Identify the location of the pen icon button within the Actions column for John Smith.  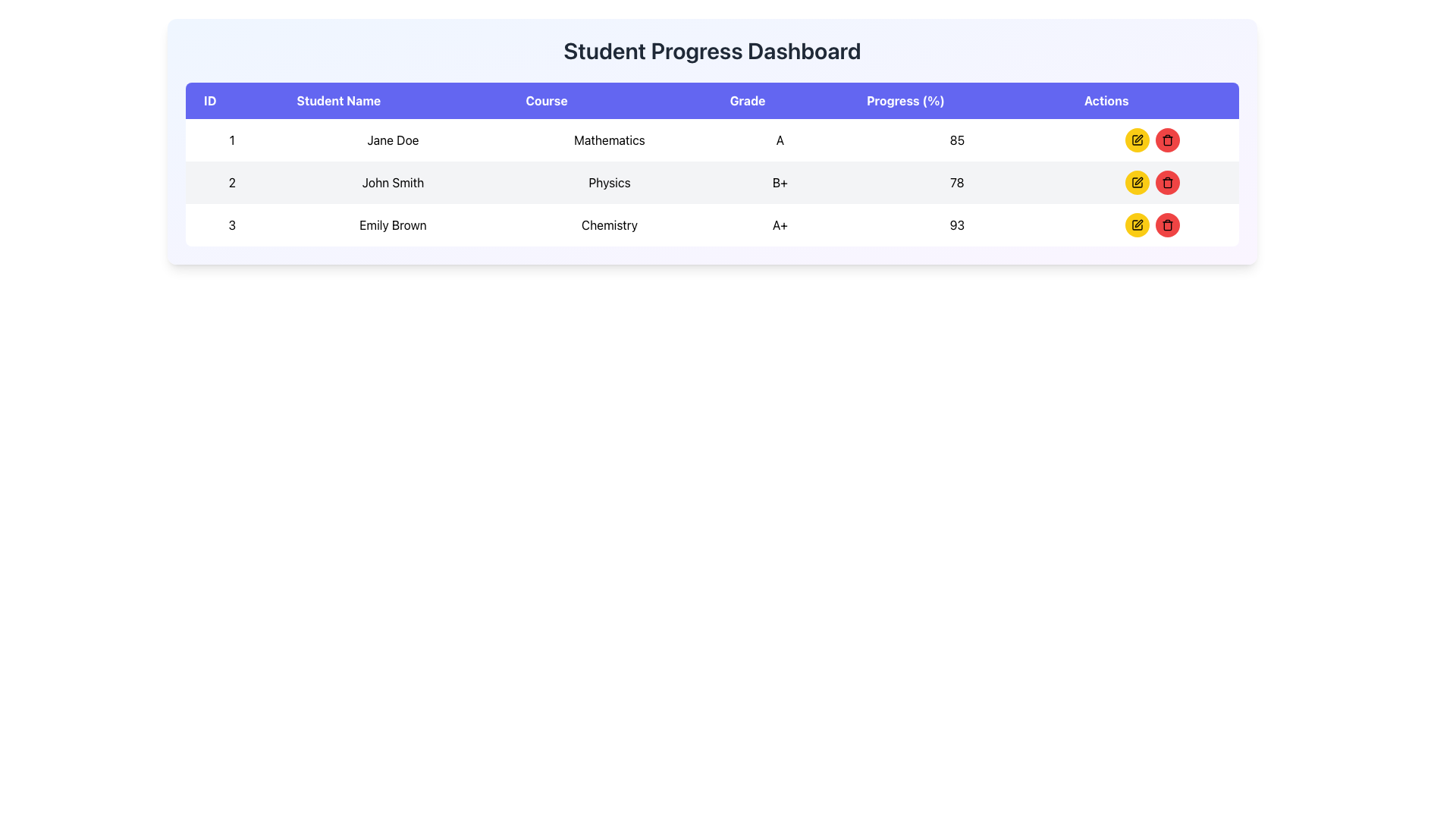
(1137, 140).